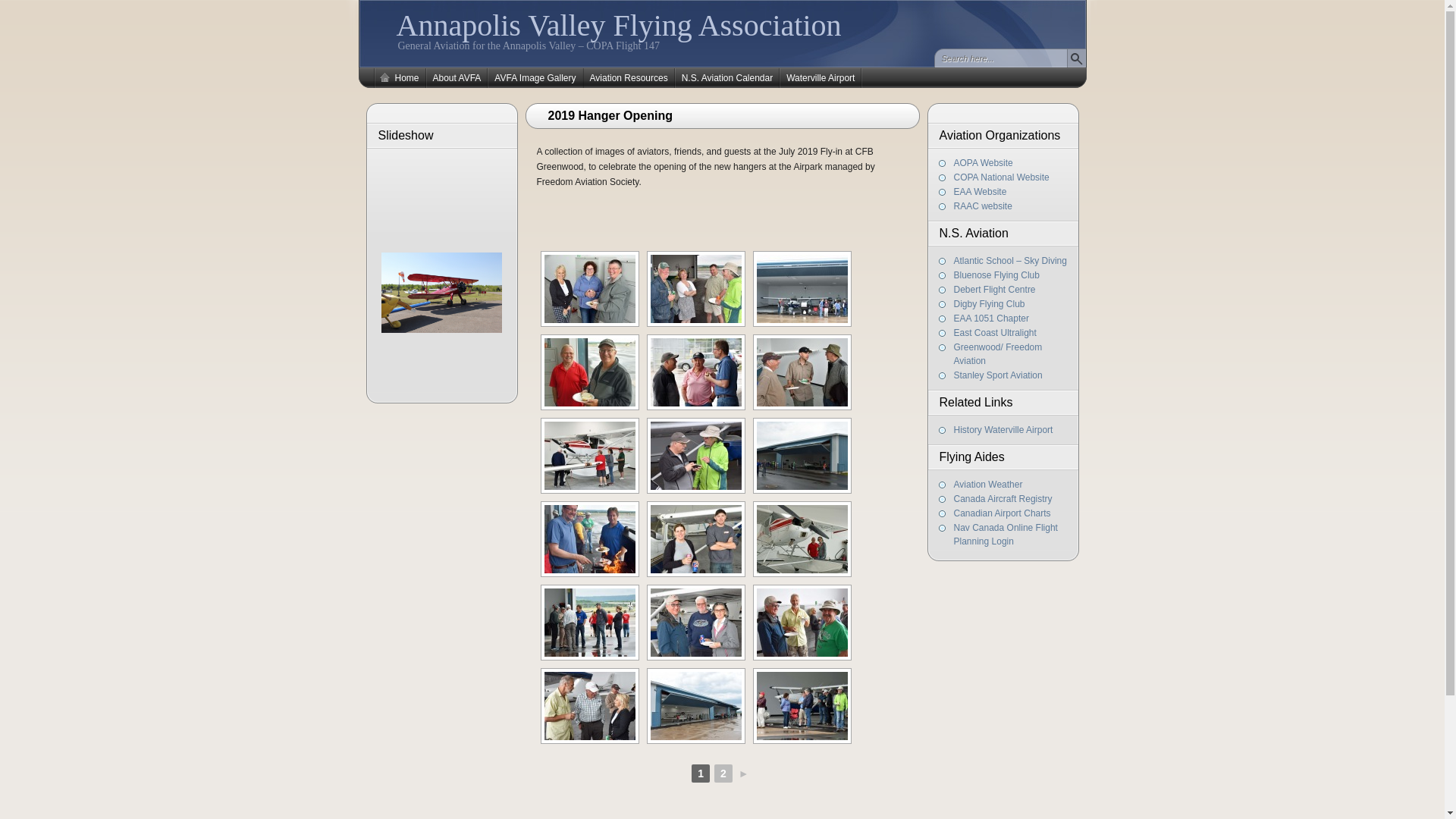 This screenshot has width=1456, height=819. What do you see at coordinates (983, 163) in the screenshot?
I see `'AOPA Website'` at bounding box center [983, 163].